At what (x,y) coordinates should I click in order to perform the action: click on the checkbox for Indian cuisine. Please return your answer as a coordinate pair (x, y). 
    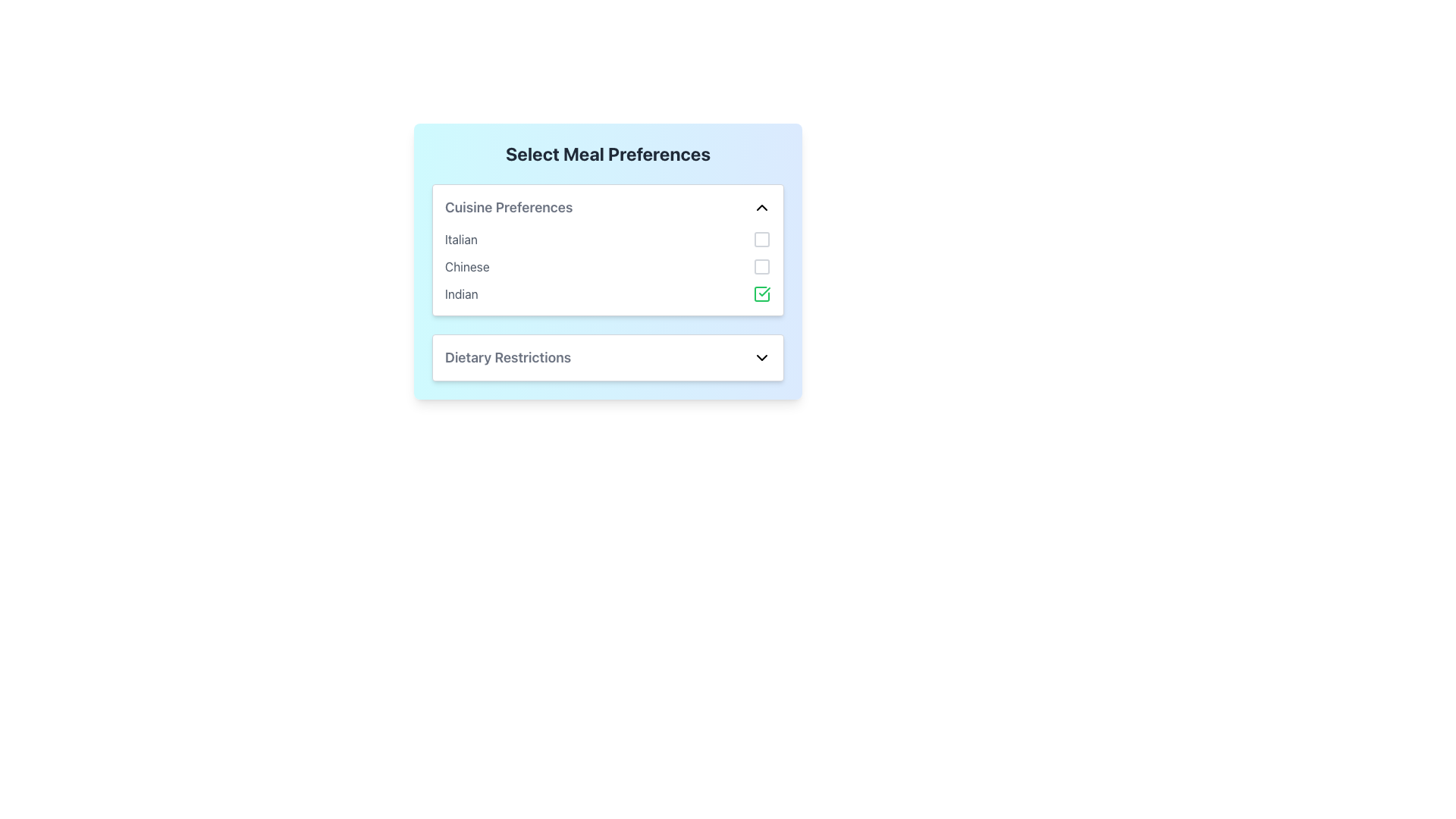
    Looking at the image, I should click on (607, 294).